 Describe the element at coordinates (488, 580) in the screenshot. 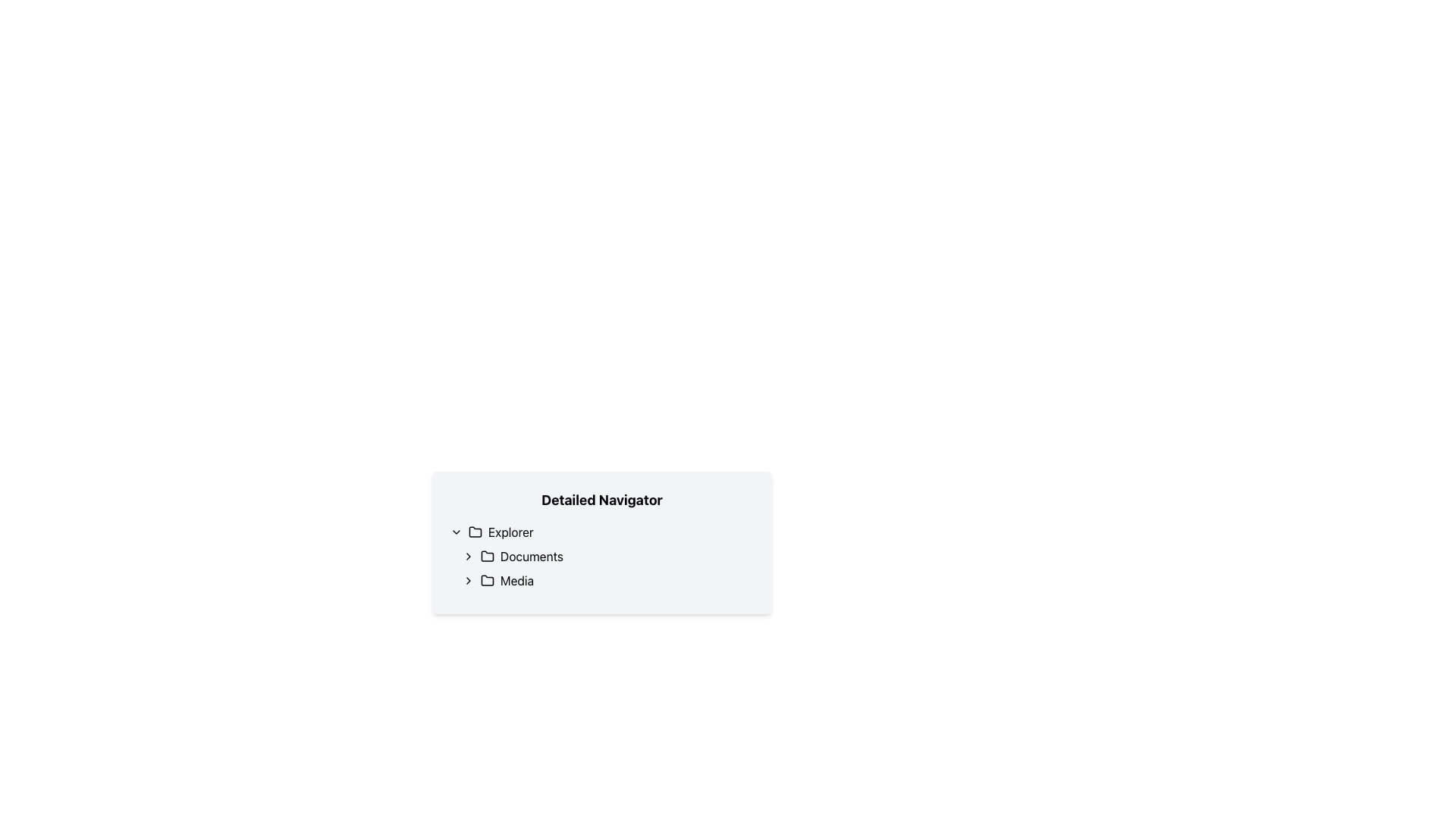

I see `the folder SVG icon representing the 'Media' label` at that location.